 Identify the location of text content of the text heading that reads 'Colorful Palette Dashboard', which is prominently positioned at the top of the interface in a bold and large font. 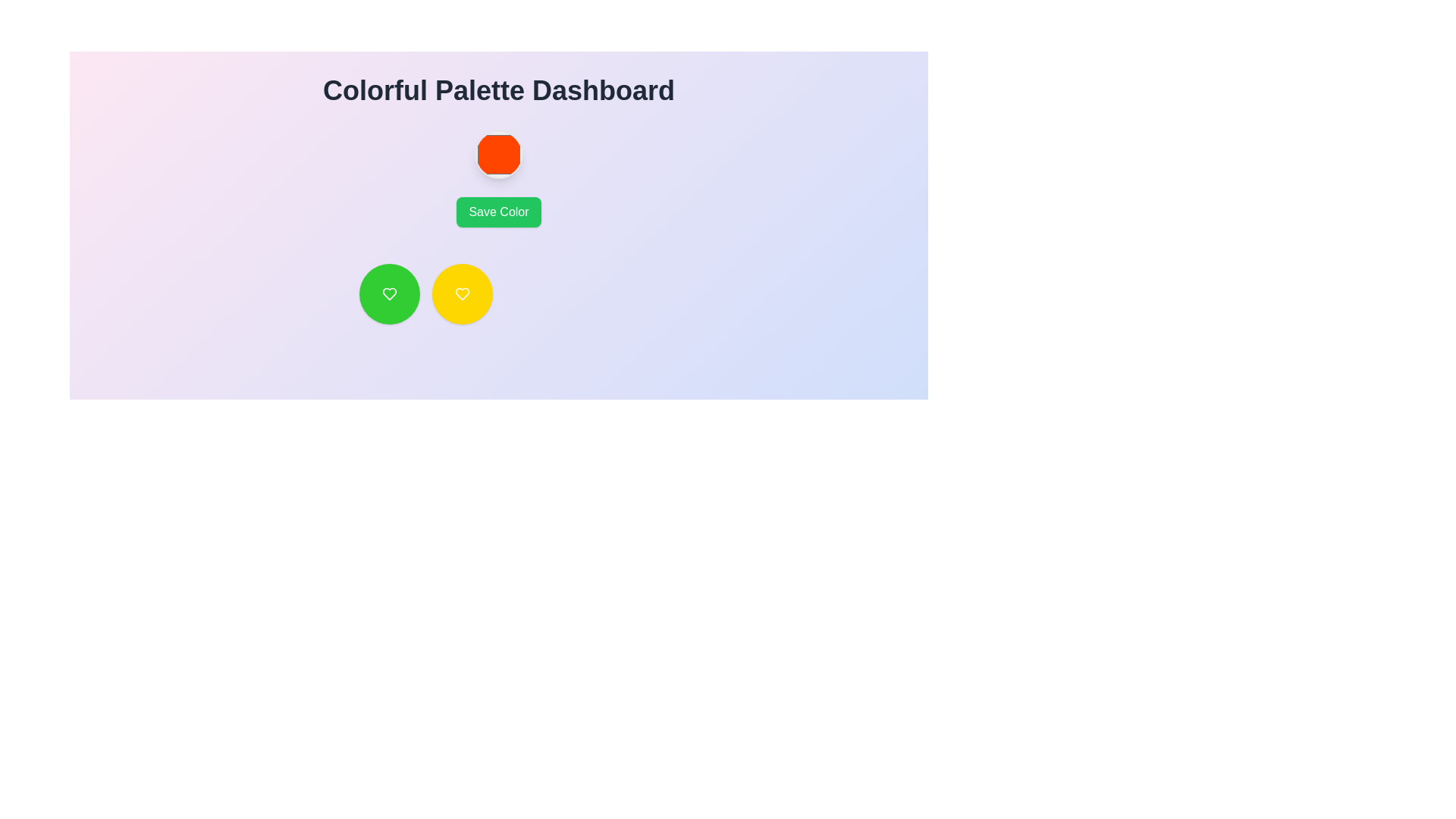
(498, 90).